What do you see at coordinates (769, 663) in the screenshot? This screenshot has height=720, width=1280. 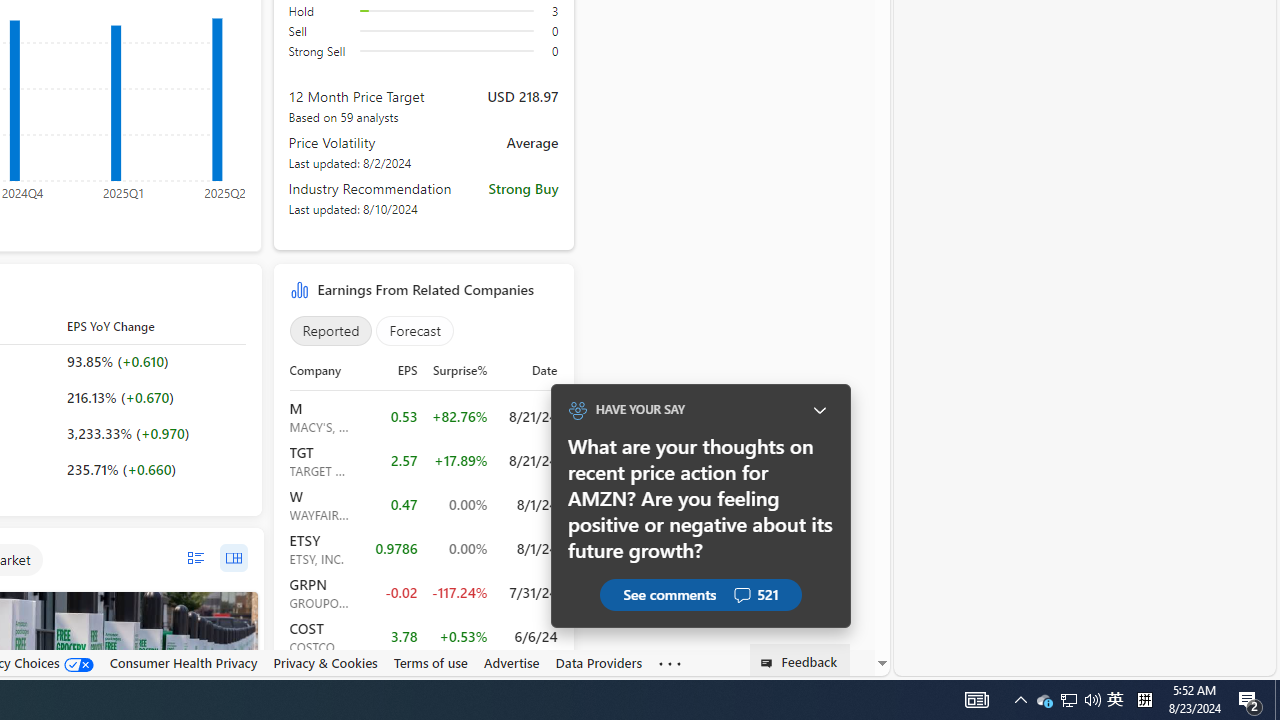 I see `'Class: feedback_link_icon-DS-EntryPoint1-1'` at bounding box center [769, 663].